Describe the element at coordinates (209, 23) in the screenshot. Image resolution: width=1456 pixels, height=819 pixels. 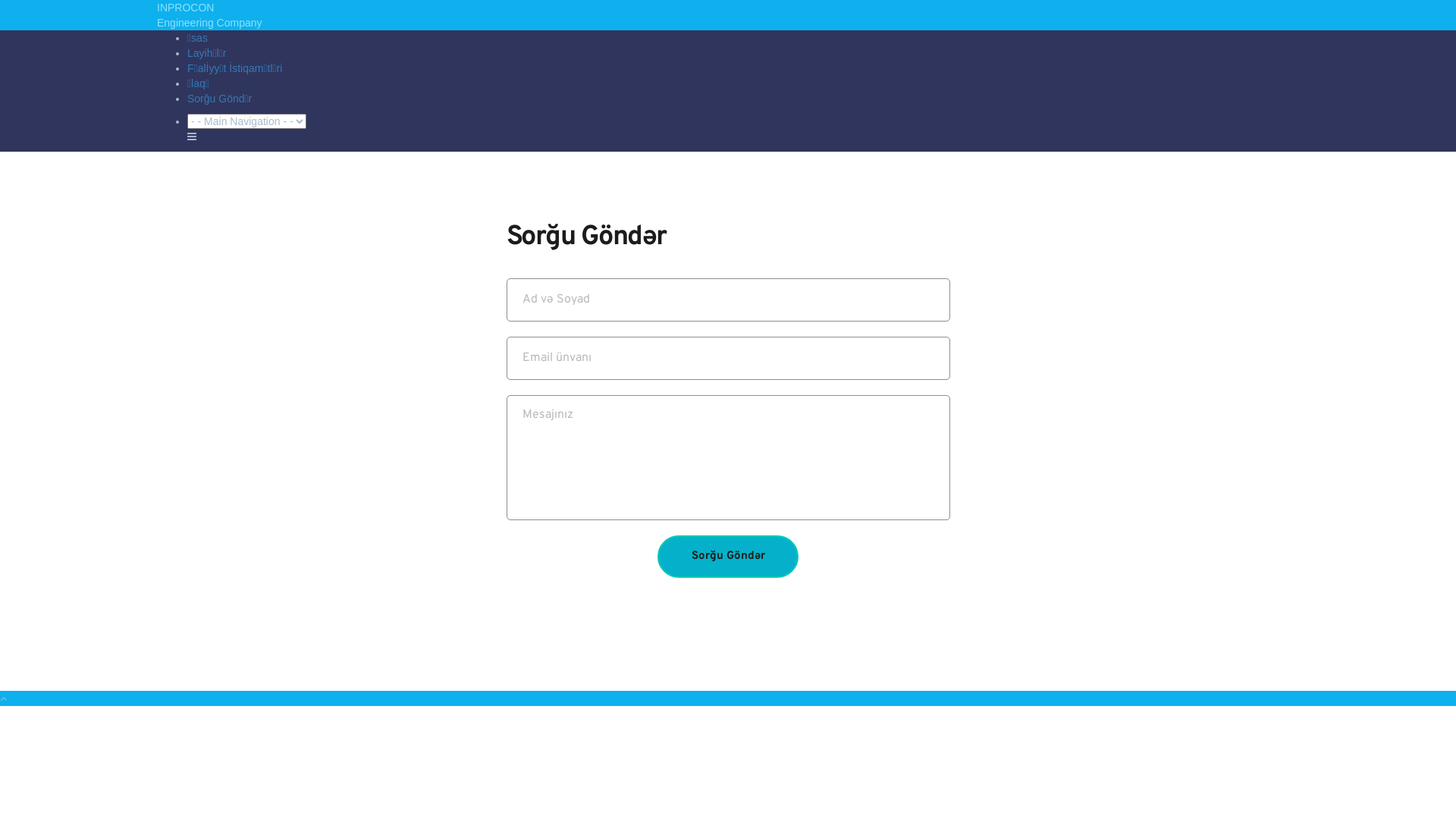
I see `'Engineering Company'` at that location.